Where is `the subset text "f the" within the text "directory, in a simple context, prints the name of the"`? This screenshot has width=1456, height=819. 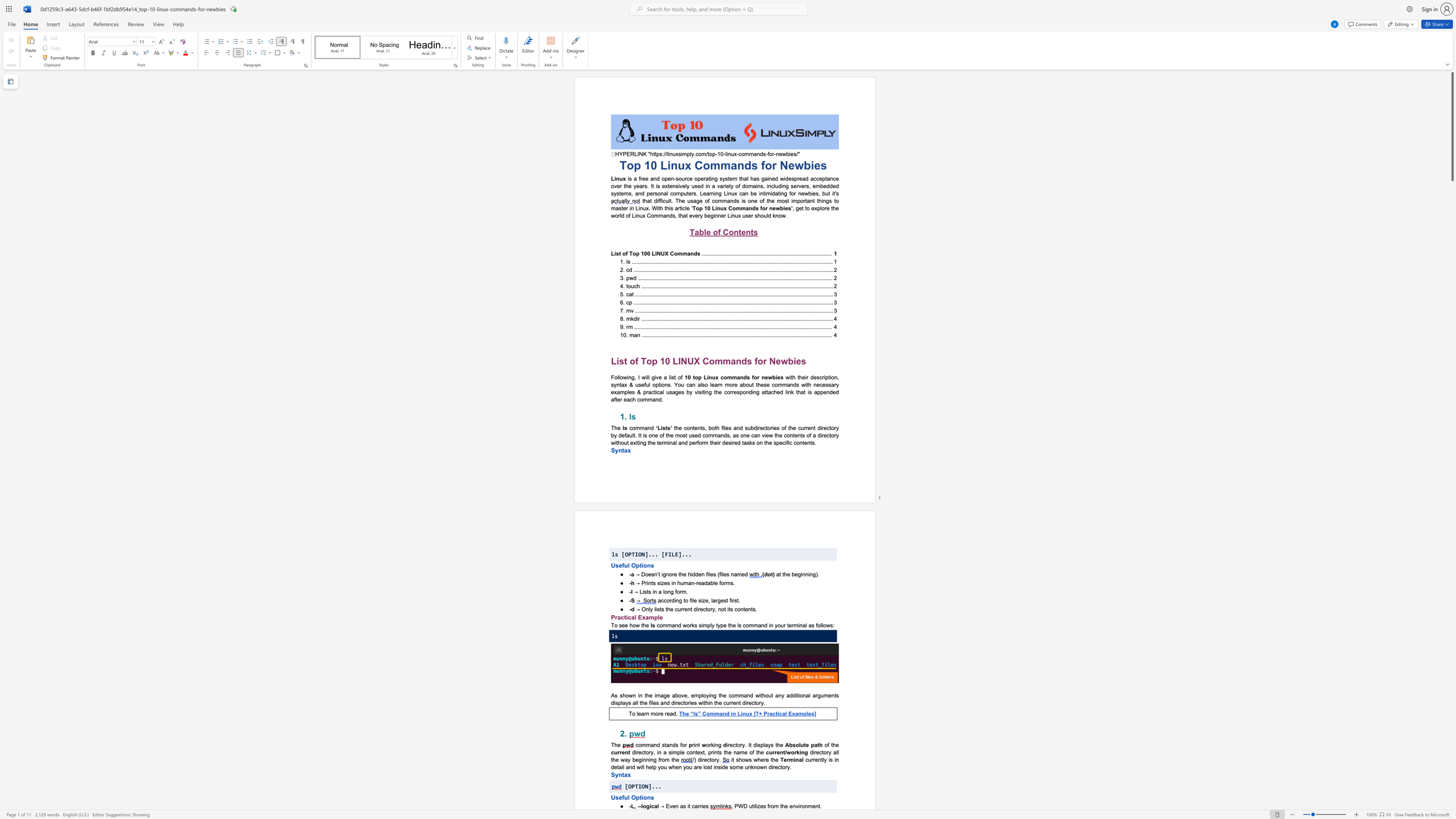
the subset text "f the" within the text "directory, in a simple context, prints the name of the" is located at coordinates (752, 752).